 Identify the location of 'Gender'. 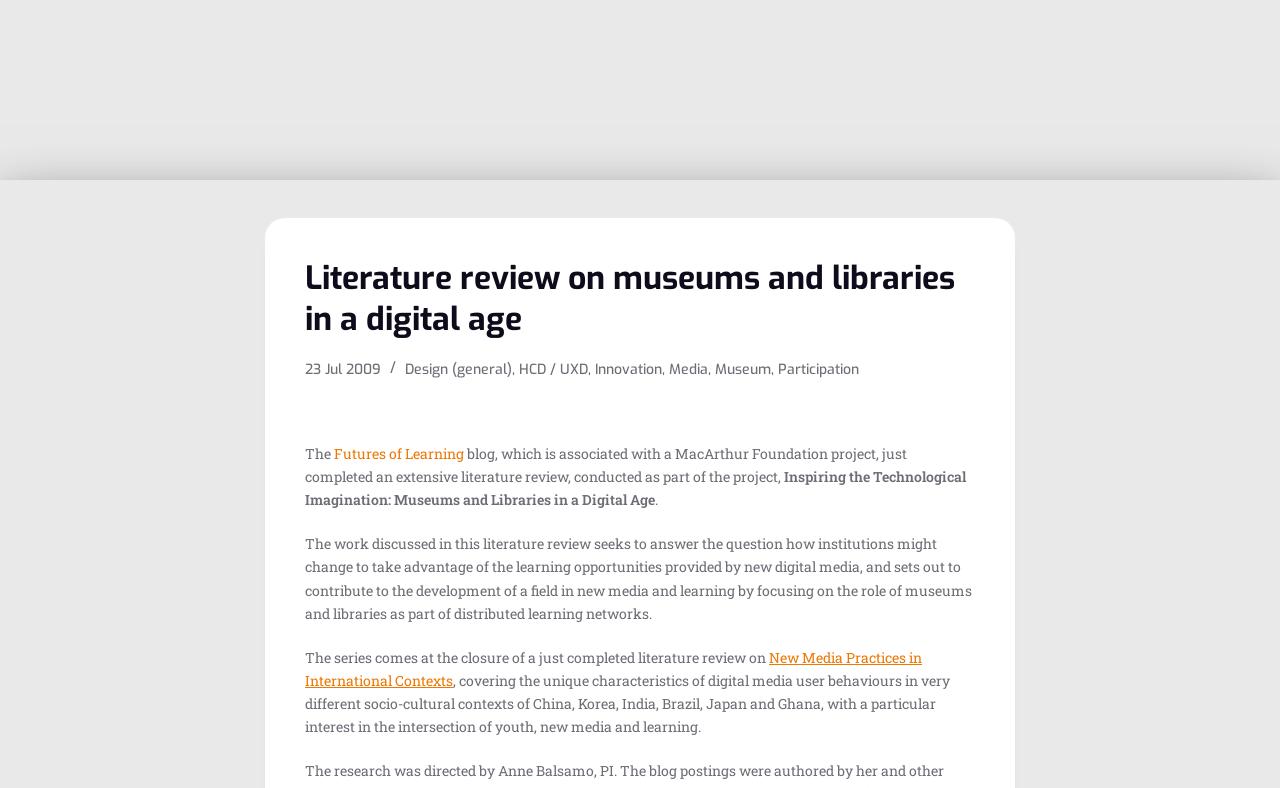
(956, 290).